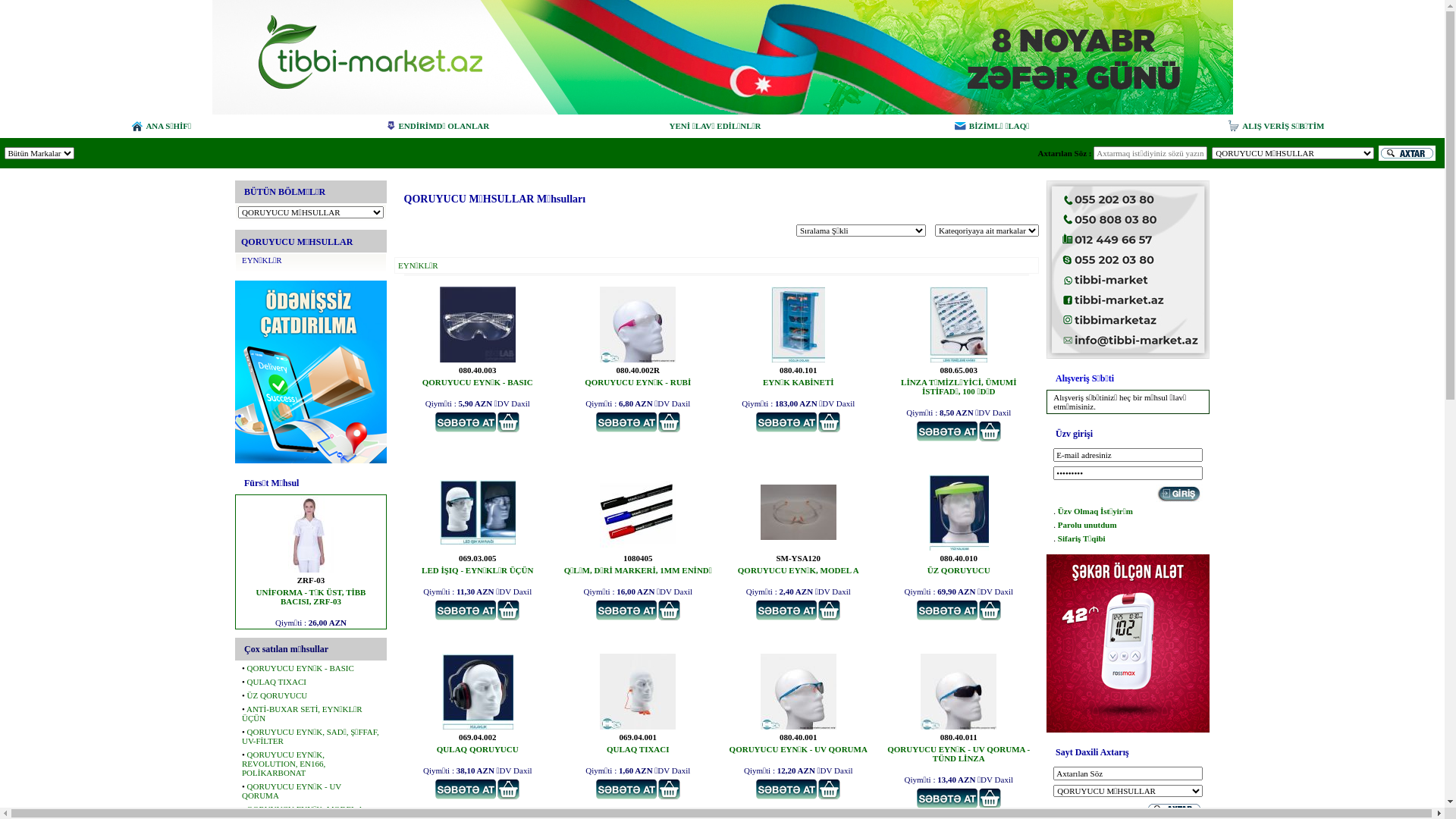 The image size is (1456, 819). Describe the element at coordinates (1087, 523) in the screenshot. I see `'Parolu unutdum'` at that location.